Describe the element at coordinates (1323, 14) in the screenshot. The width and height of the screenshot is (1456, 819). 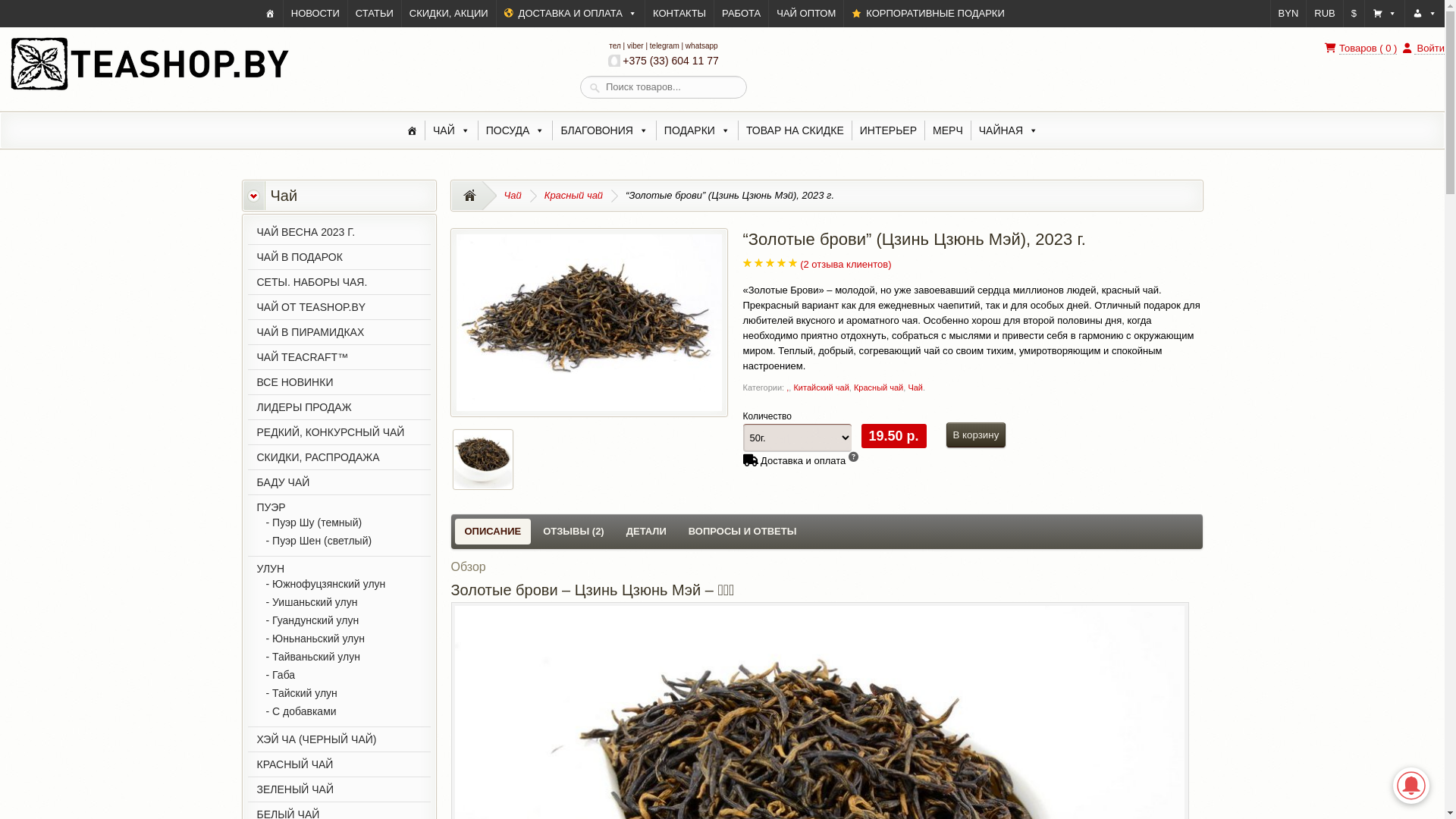
I see `'RUB'` at that location.